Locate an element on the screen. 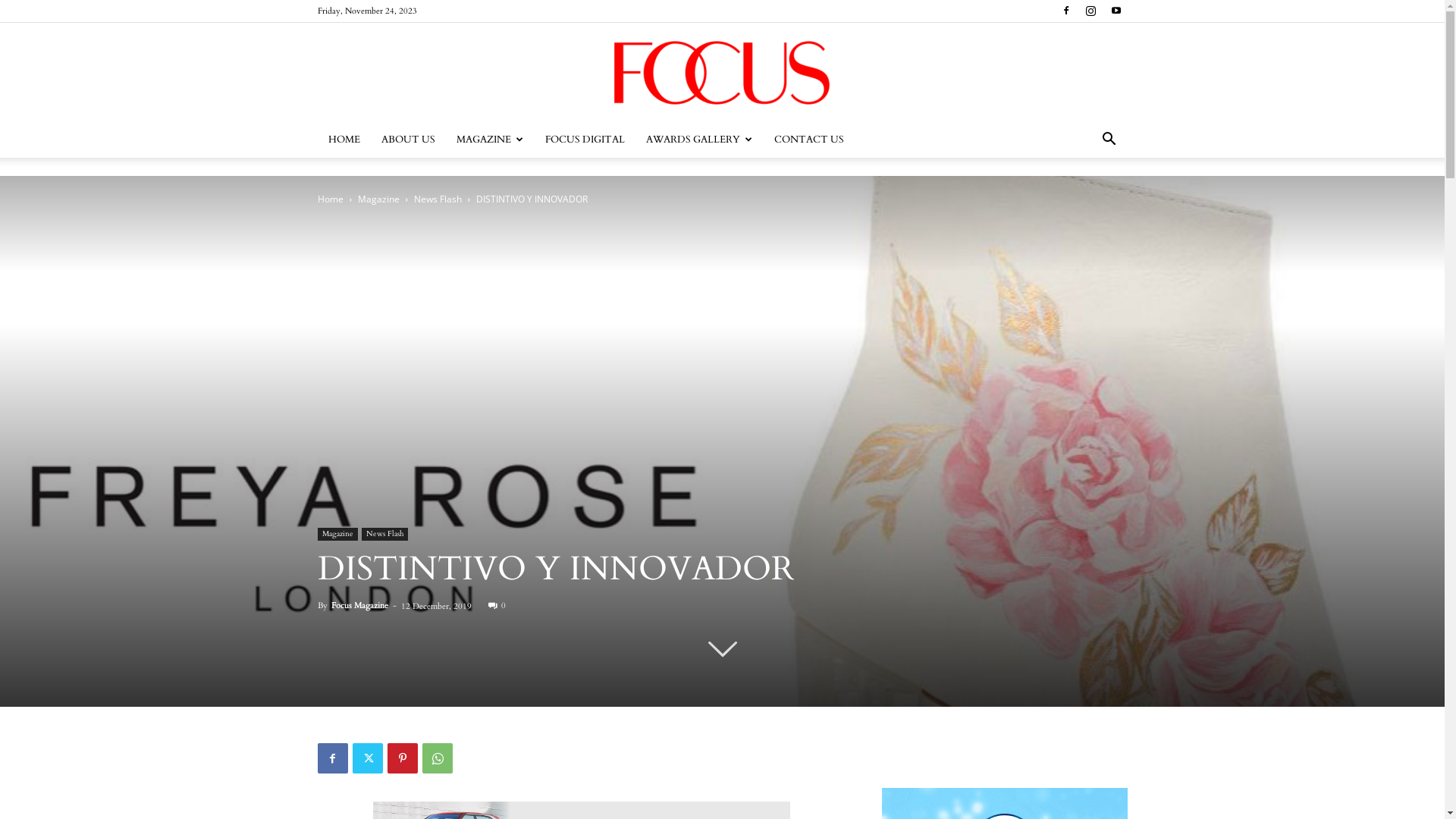  'News Flash' is located at coordinates (437, 198).